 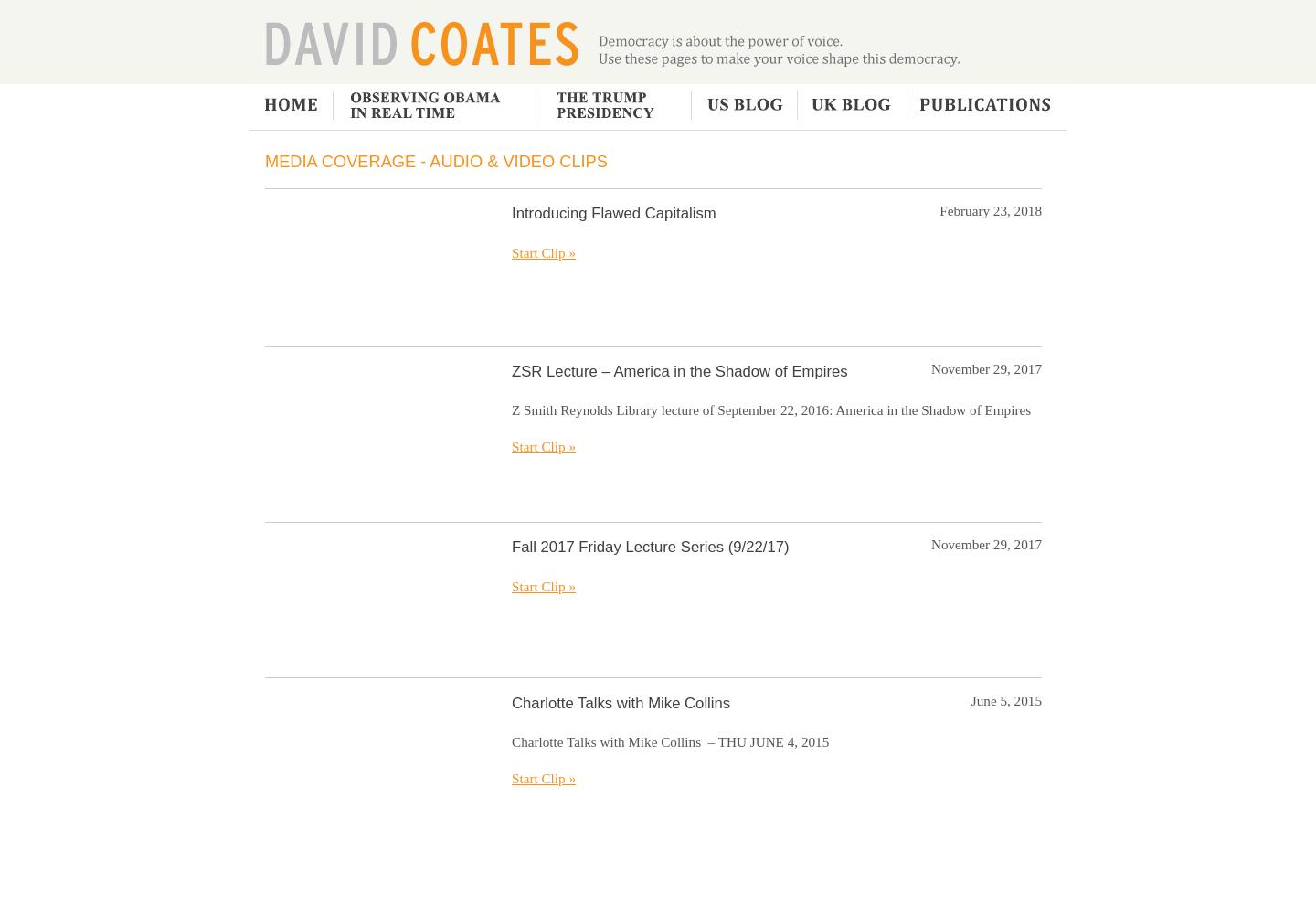 What do you see at coordinates (512, 409) in the screenshot?
I see `'Z Smith Reynolds Library lecture of September 22, 2016: America in the Shadow of Empires'` at bounding box center [512, 409].